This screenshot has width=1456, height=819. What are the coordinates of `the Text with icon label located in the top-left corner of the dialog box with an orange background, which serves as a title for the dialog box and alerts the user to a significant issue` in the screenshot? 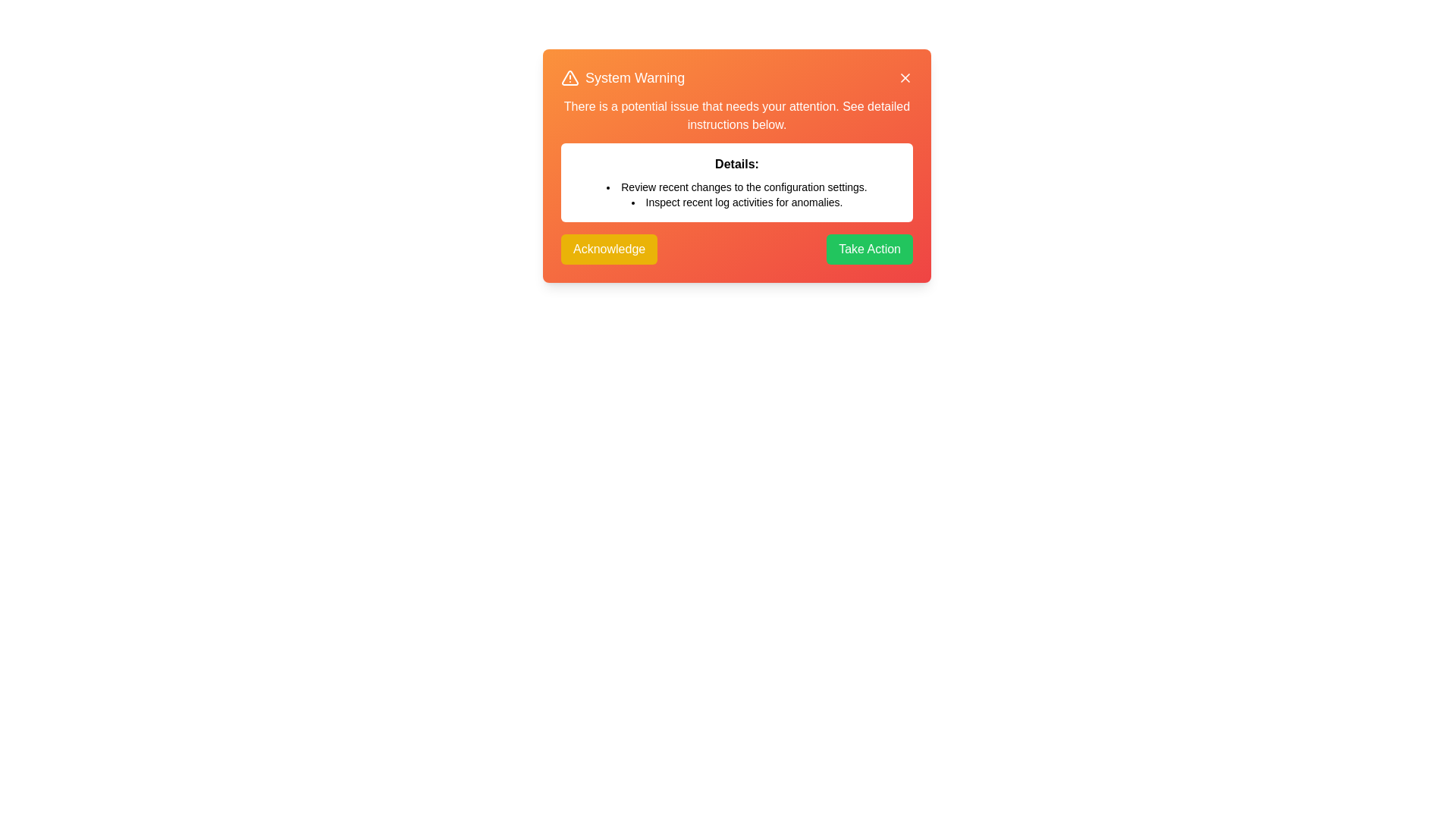 It's located at (623, 78).